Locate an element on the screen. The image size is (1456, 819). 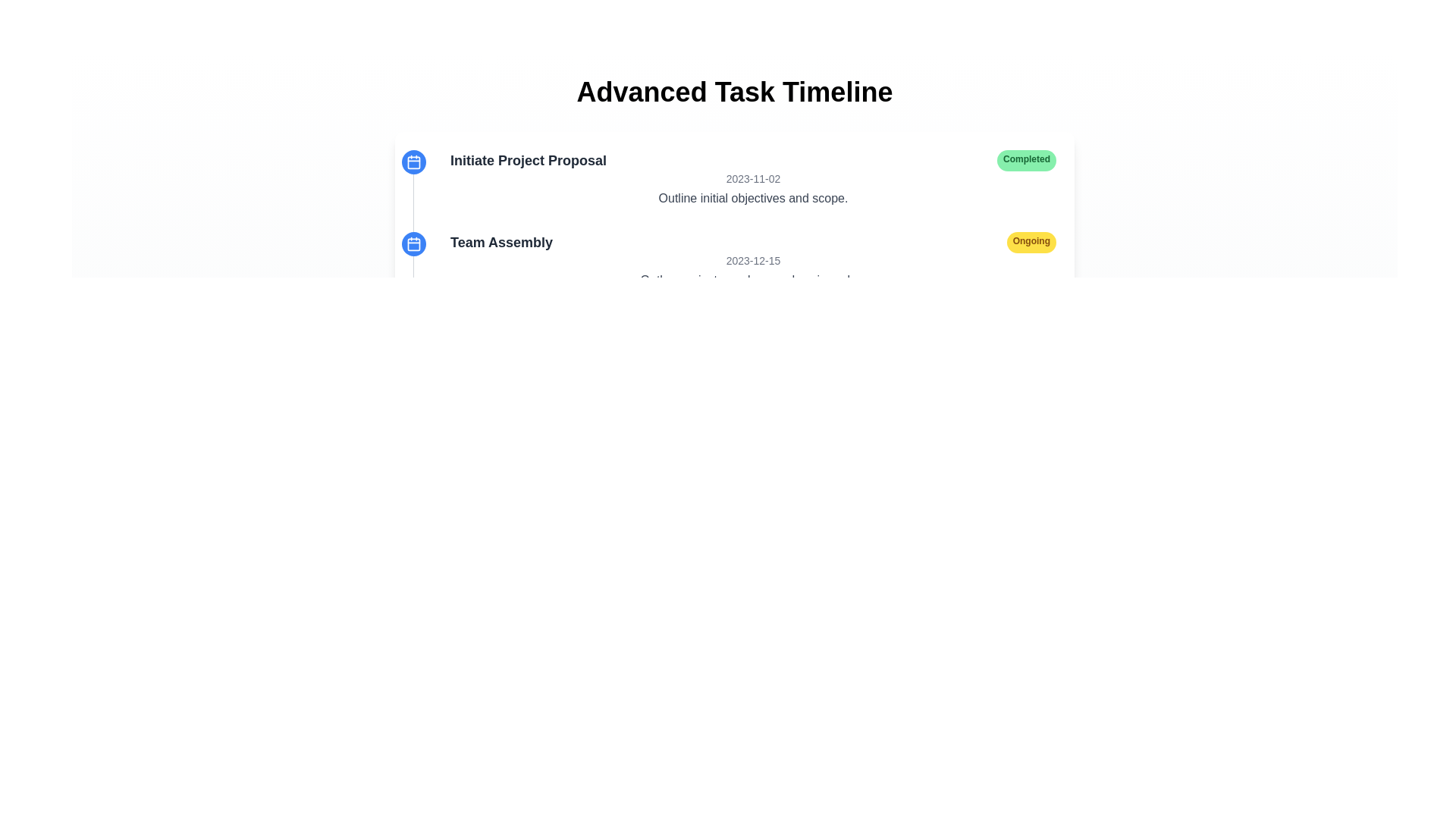
detailed information text about the project milestone 'Initiate Project Proposal', which is located below the date '2023-11-02' in the list item is located at coordinates (753, 198).